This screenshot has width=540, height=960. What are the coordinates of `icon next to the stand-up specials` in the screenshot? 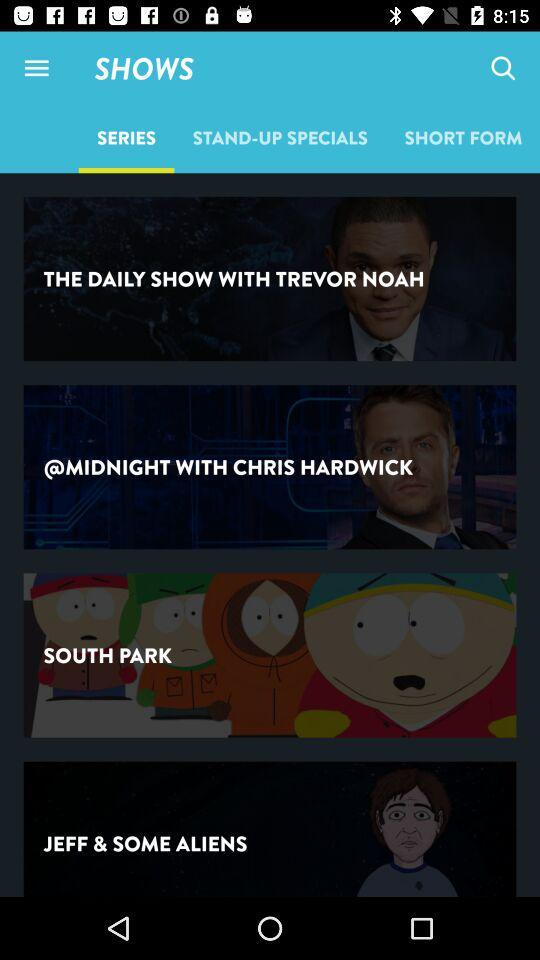 It's located at (502, 68).